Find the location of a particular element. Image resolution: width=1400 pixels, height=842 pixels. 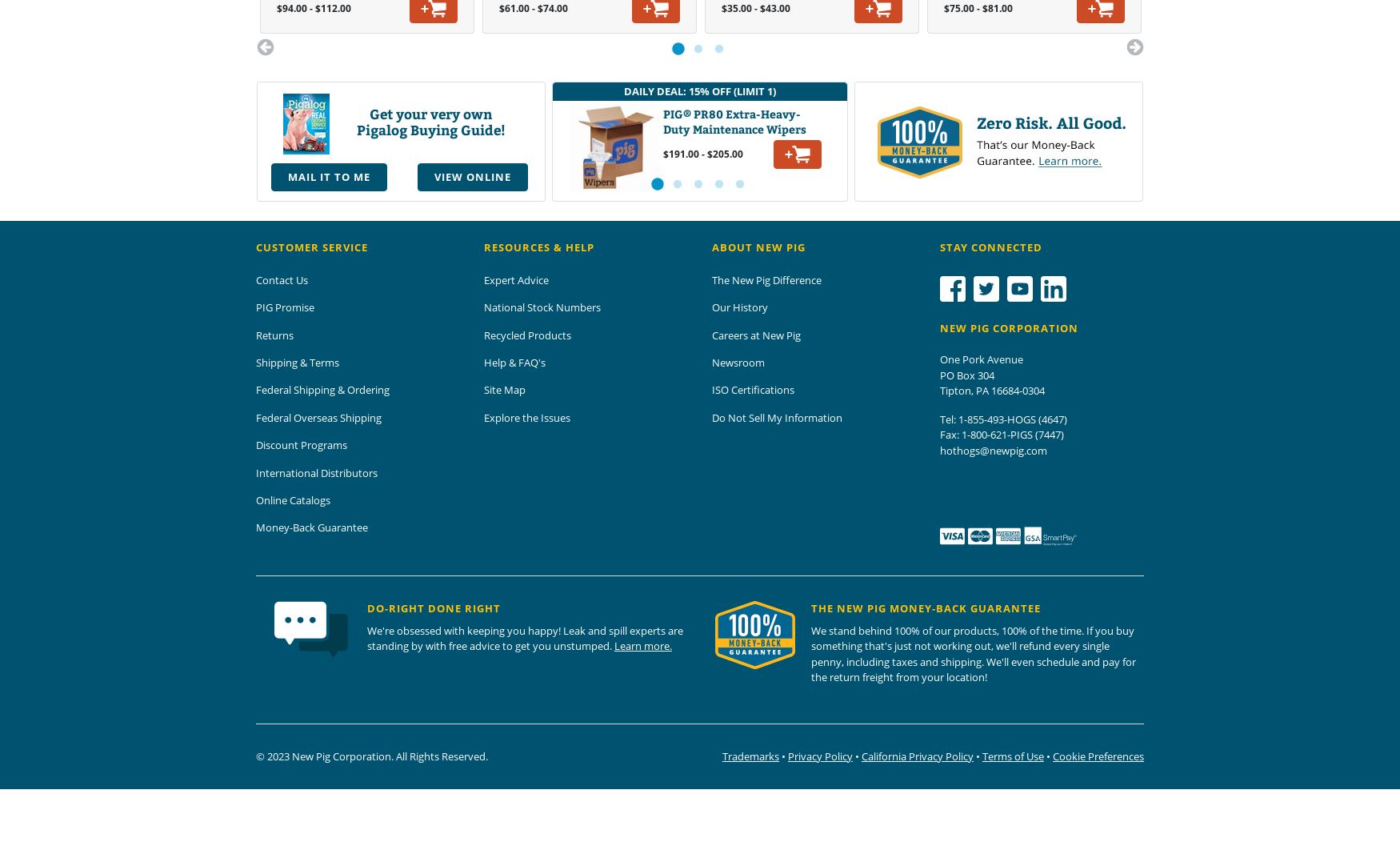

'PIG Promise' is located at coordinates (285, 307).